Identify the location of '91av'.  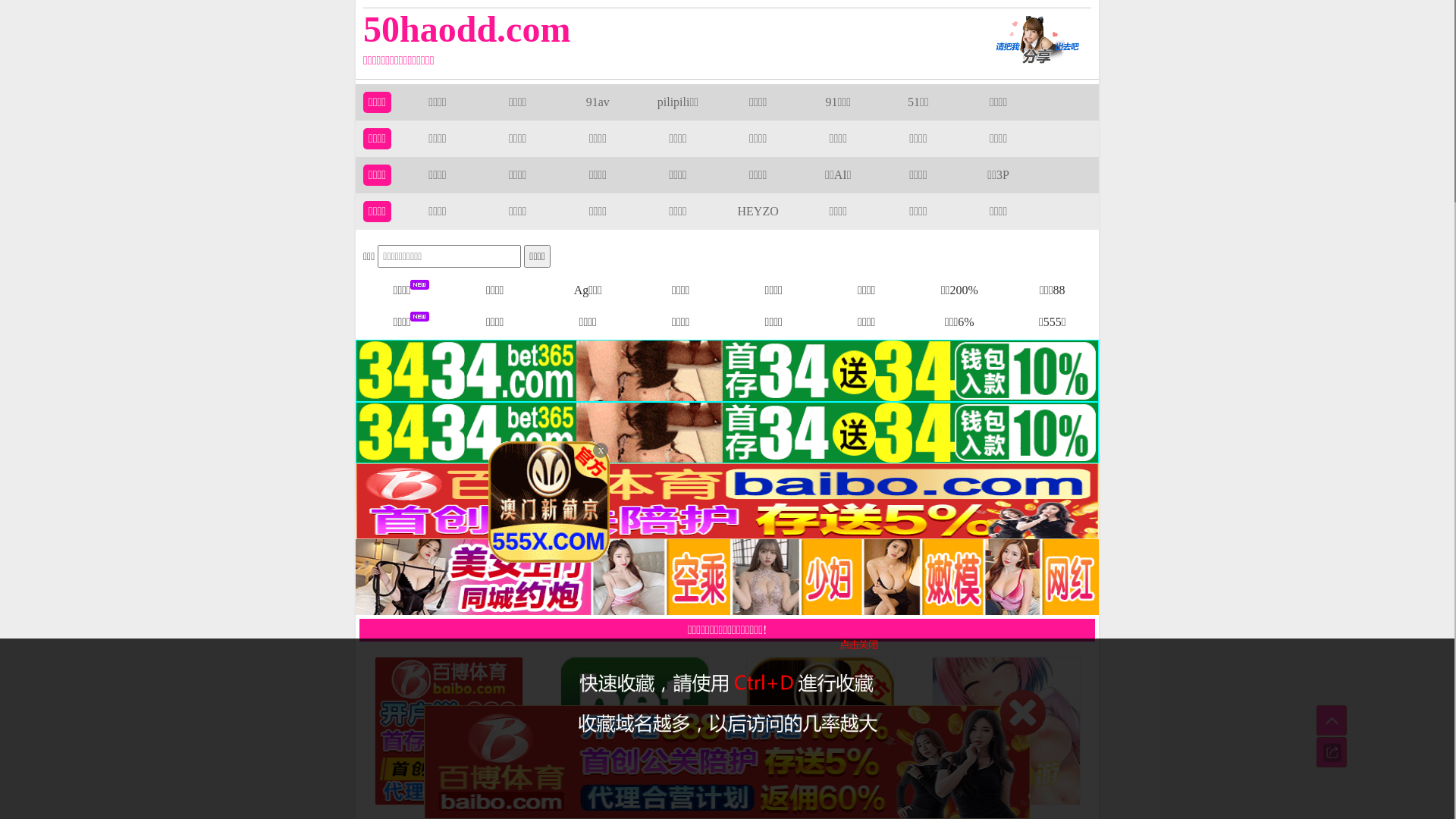
(597, 102).